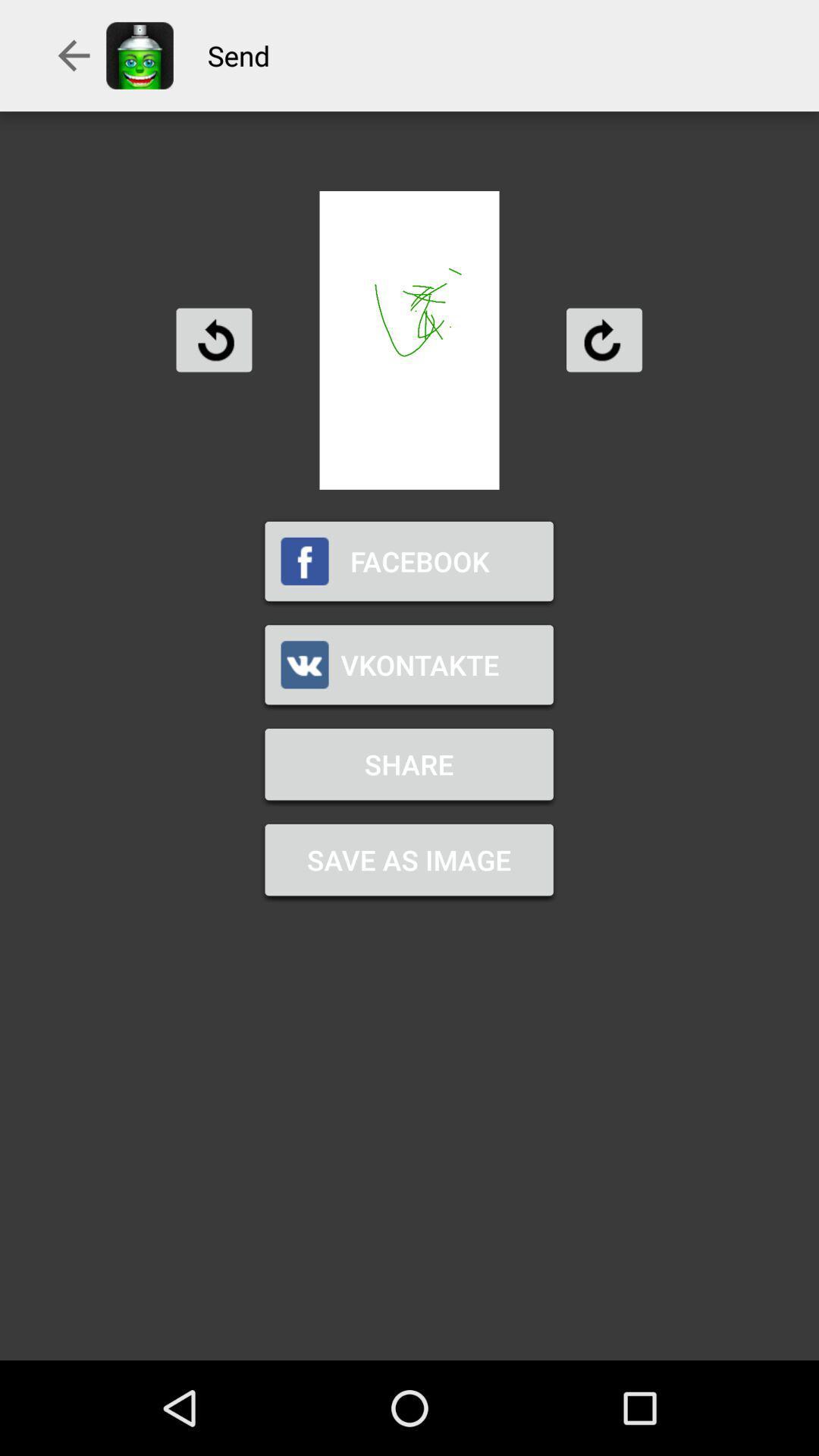 The image size is (819, 1456). What do you see at coordinates (214, 339) in the screenshot?
I see `undo previous action` at bounding box center [214, 339].